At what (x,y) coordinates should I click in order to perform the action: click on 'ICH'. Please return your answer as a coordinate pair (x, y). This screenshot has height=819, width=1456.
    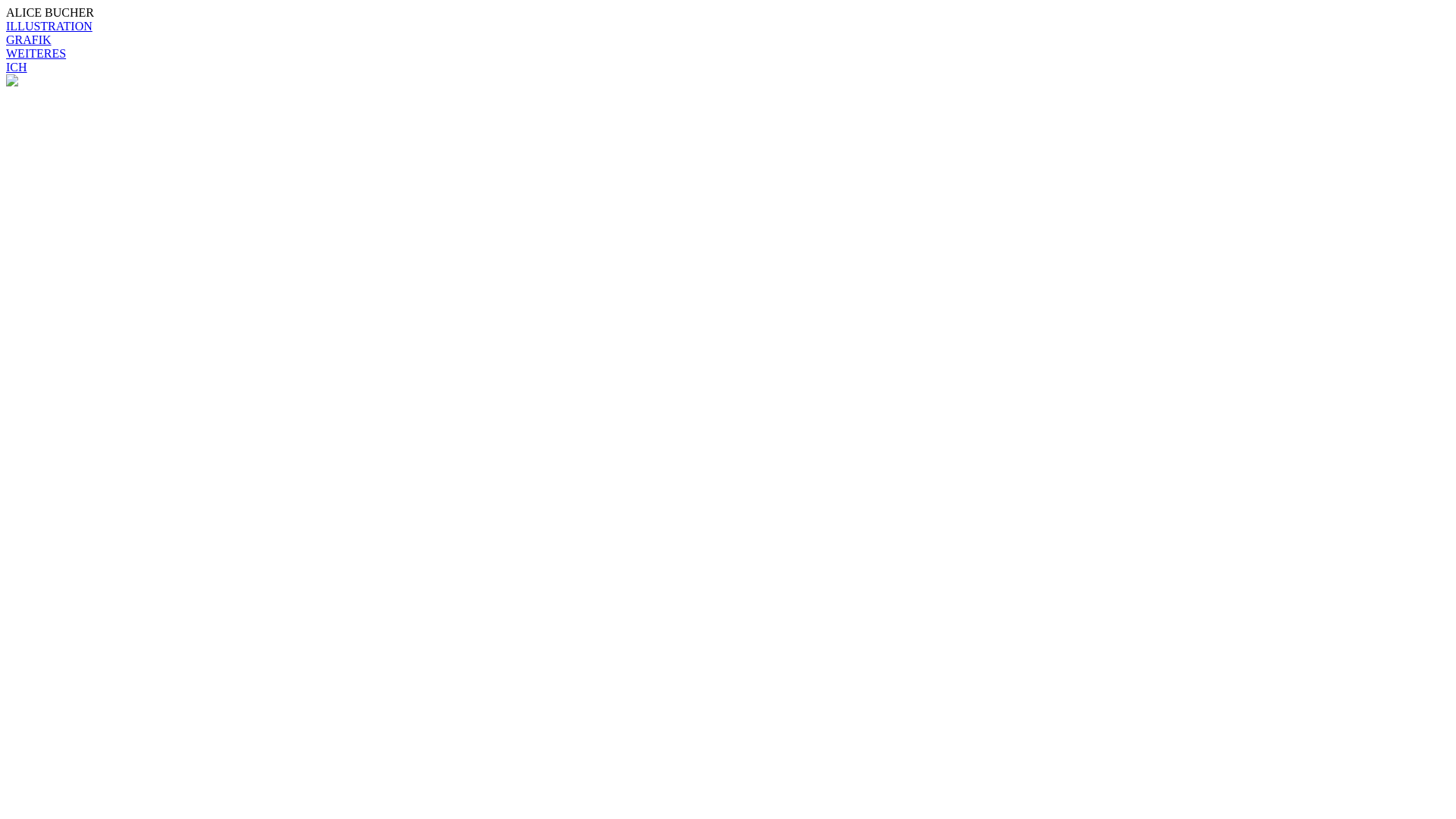
    Looking at the image, I should click on (17, 66).